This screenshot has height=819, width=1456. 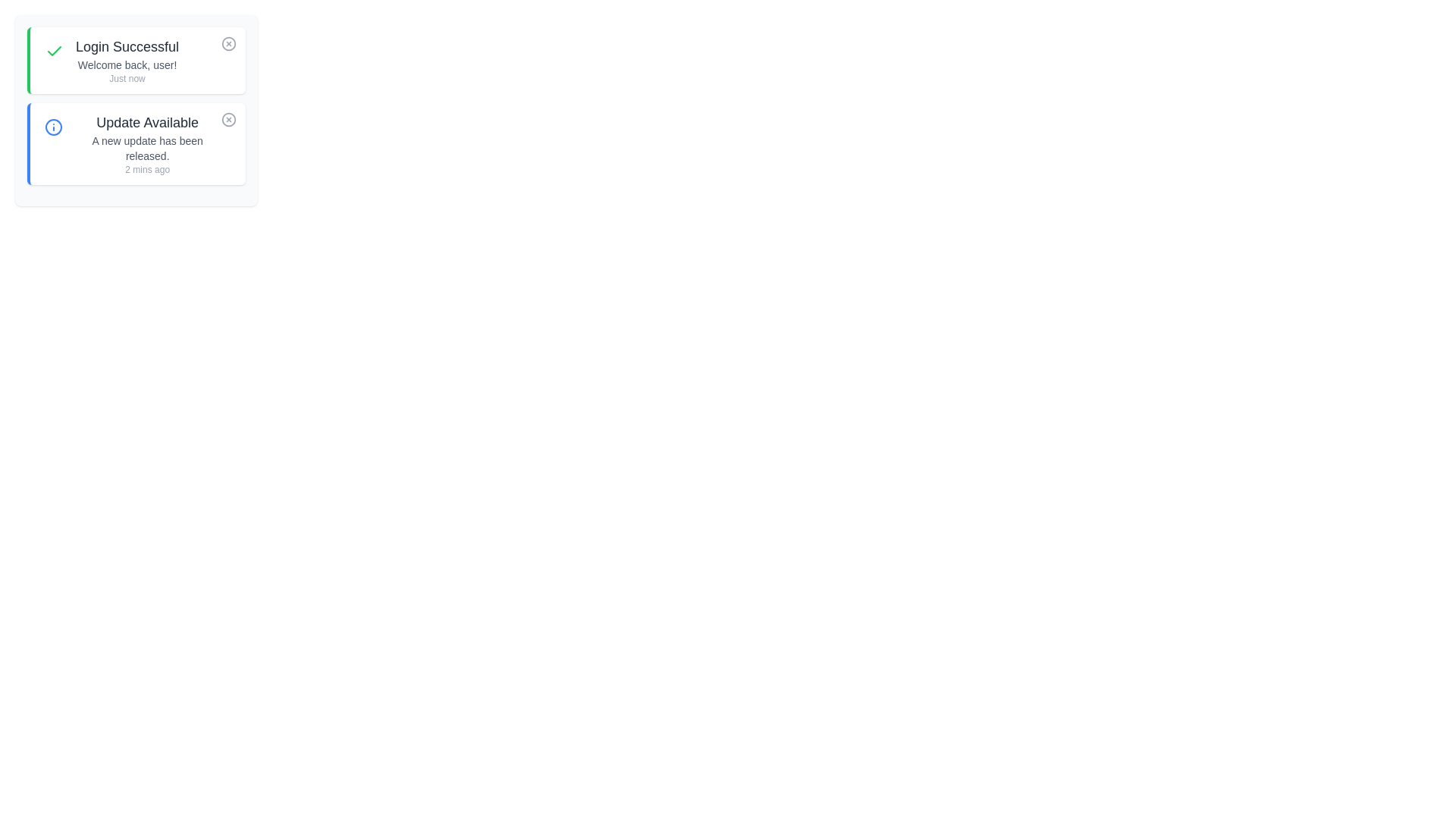 I want to click on the SVG circle element representing the dismiss action, so click(x=228, y=42).